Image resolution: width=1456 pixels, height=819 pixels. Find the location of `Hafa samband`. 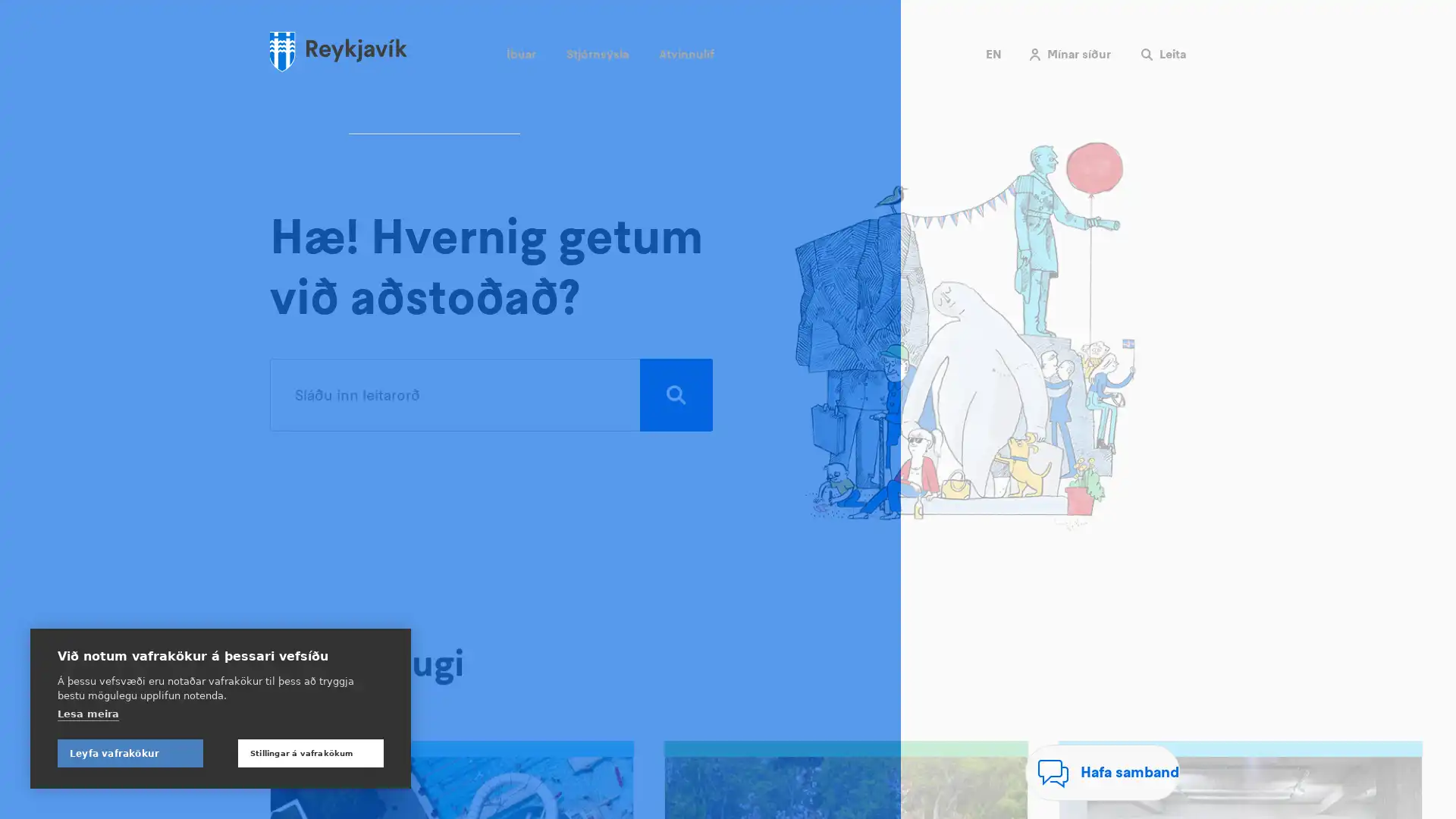

Hafa samband is located at coordinates (1111, 760).